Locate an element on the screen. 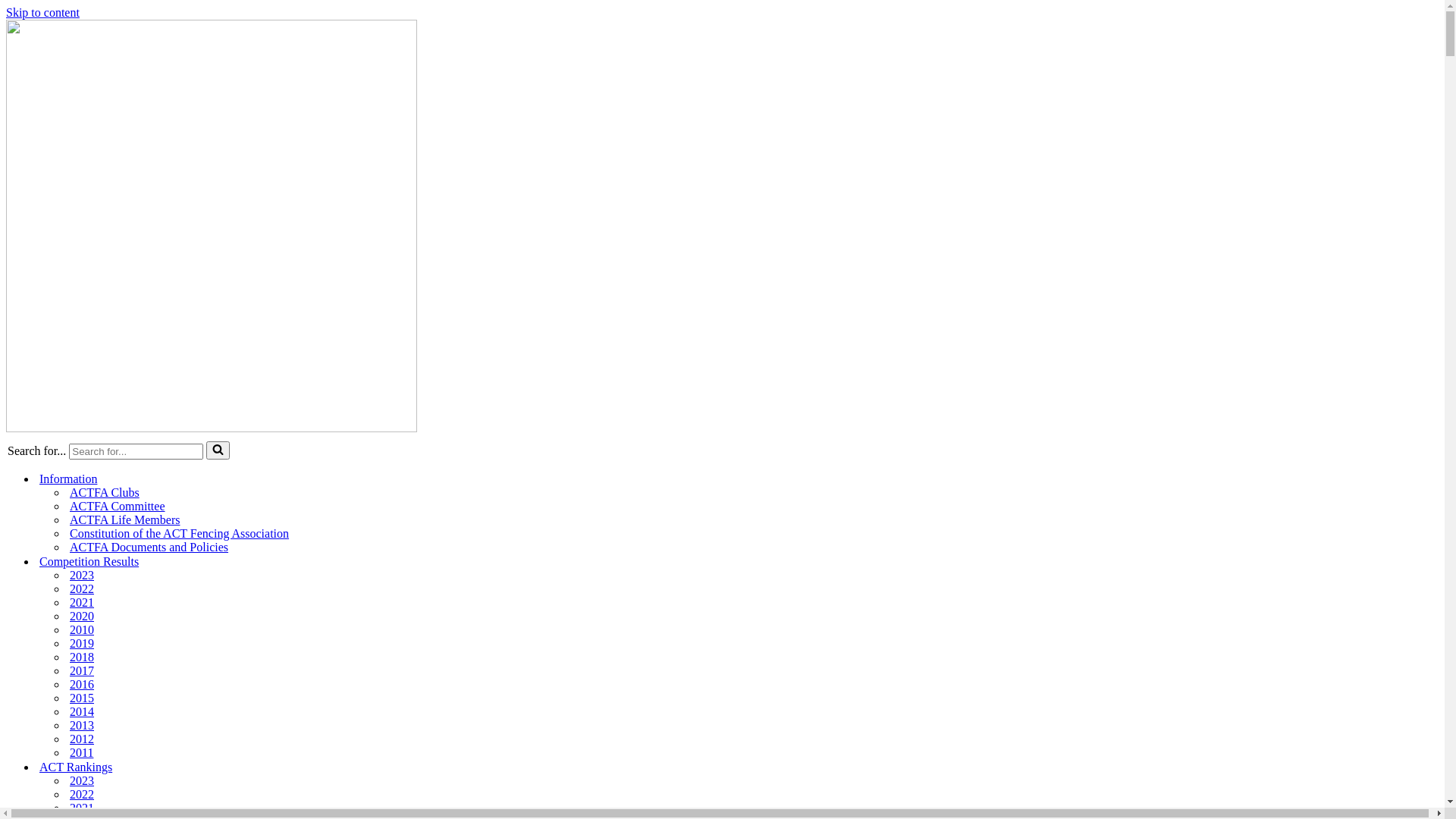  '2012' is located at coordinates (81, 739).